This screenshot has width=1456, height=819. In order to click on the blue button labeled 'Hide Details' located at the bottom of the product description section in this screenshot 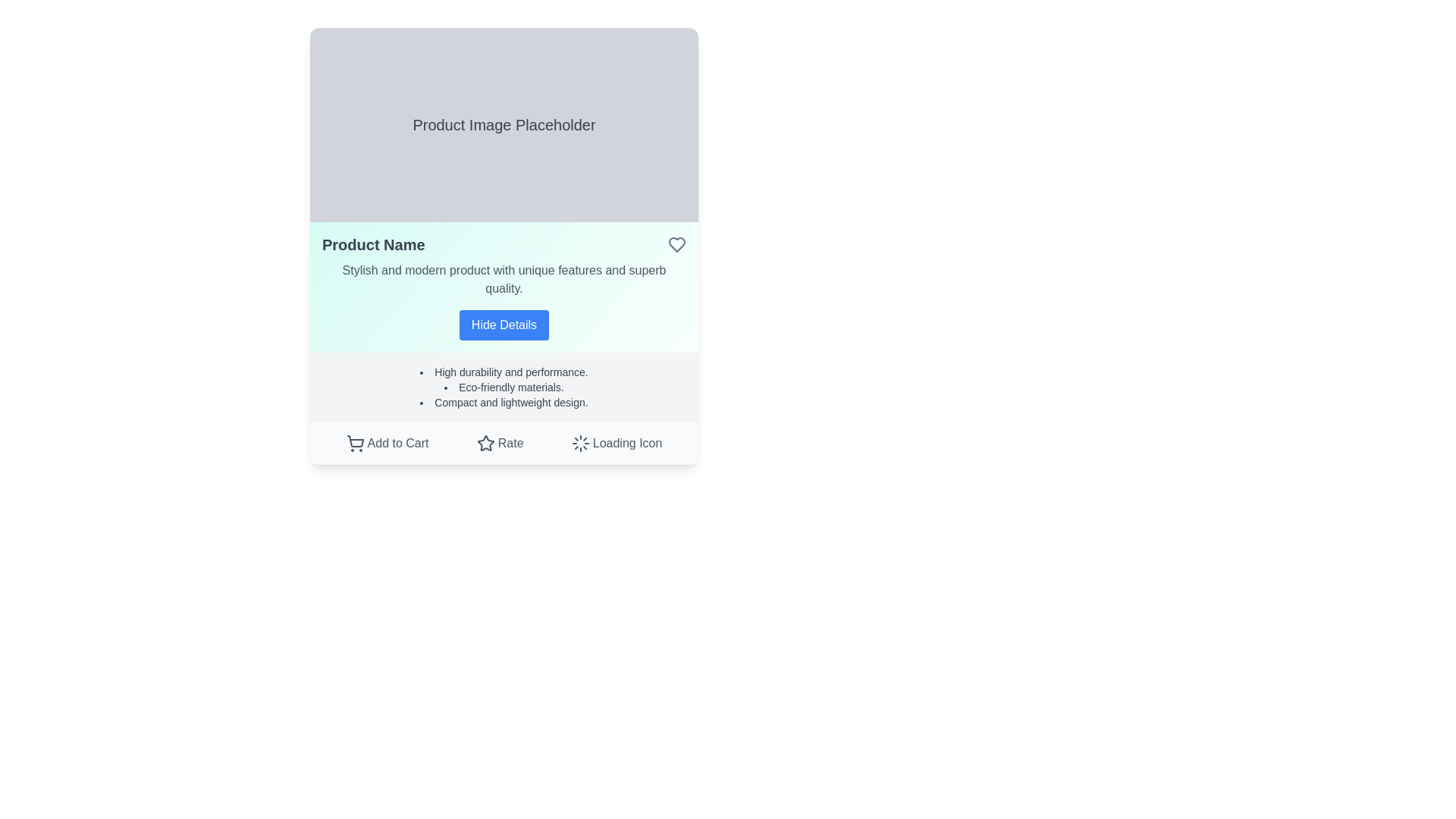, I will do `click(504, 324)`.